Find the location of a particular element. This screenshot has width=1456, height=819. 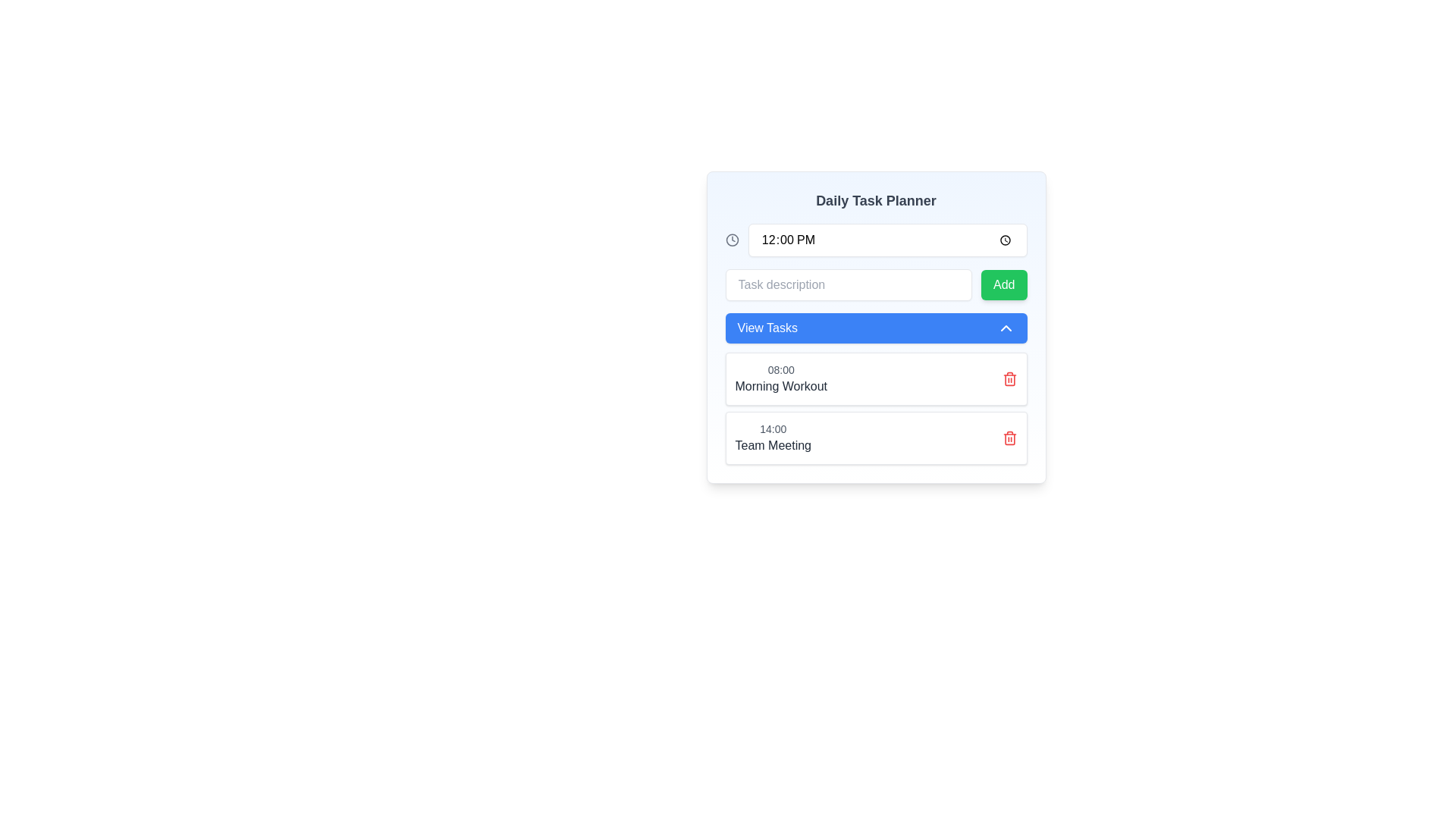

the time of the first task item in the Daily Task Planner section is located at coordinates (876, 378).